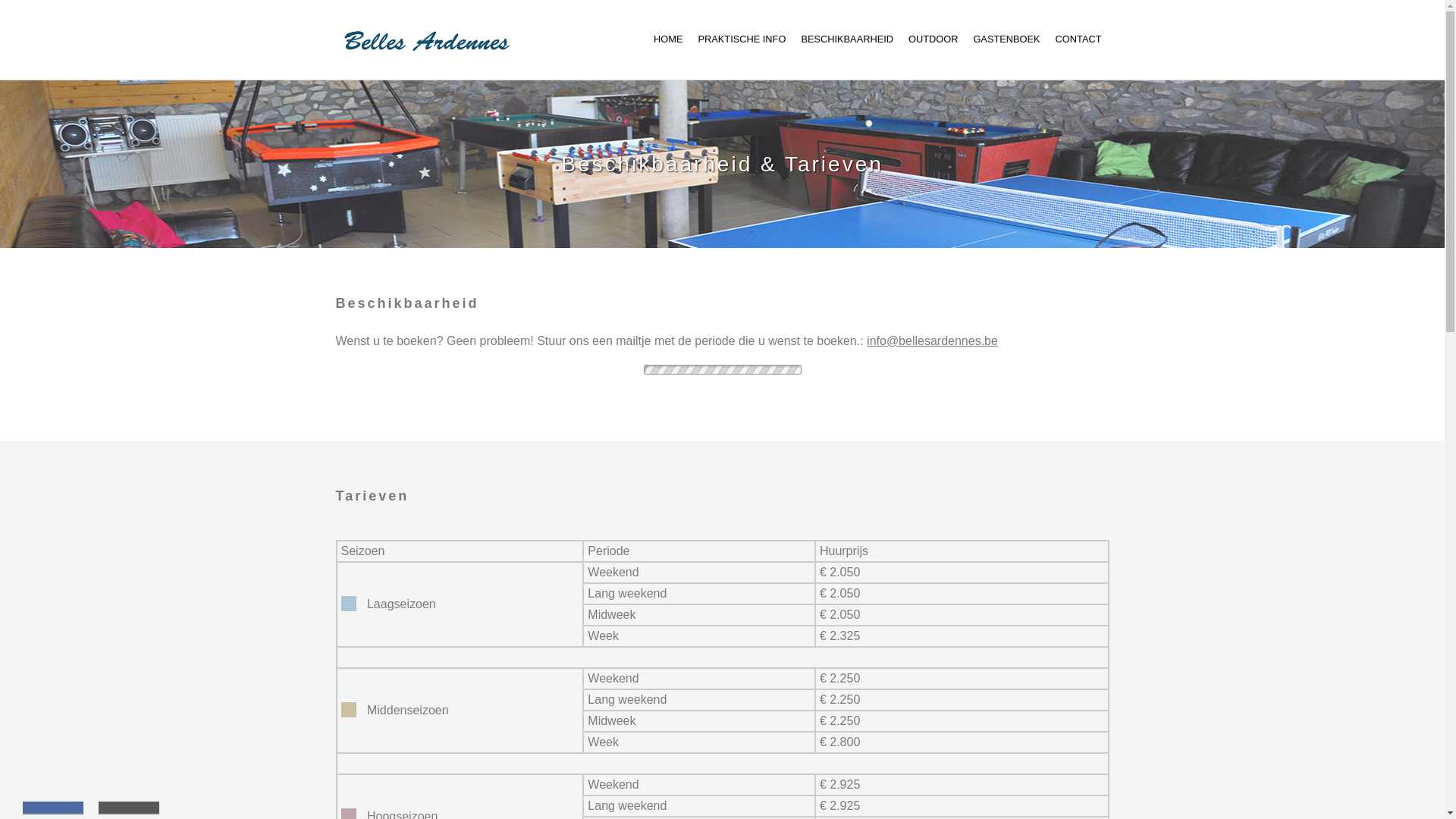 Image resolution: width=1456 pixels, height=819 pixels. Describe the element at coordinates (931, 340) in the screenshot. I see `'info@bellesardennes.be'` at that location.